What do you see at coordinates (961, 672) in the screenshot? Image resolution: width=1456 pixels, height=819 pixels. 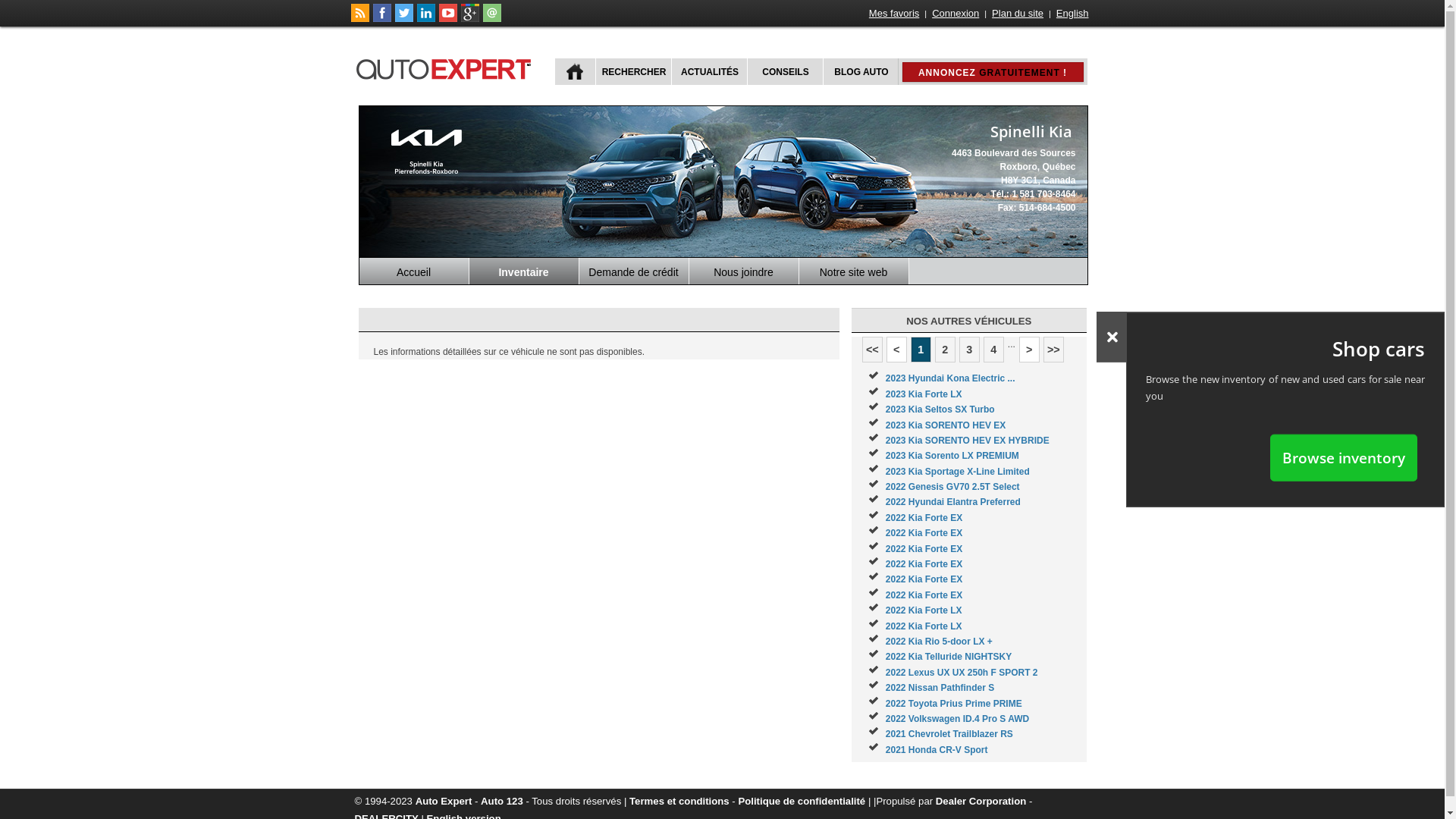 I see `'2022 Lexus UX UX 250h F SPORT 2'` at bounding box center [961, 672].